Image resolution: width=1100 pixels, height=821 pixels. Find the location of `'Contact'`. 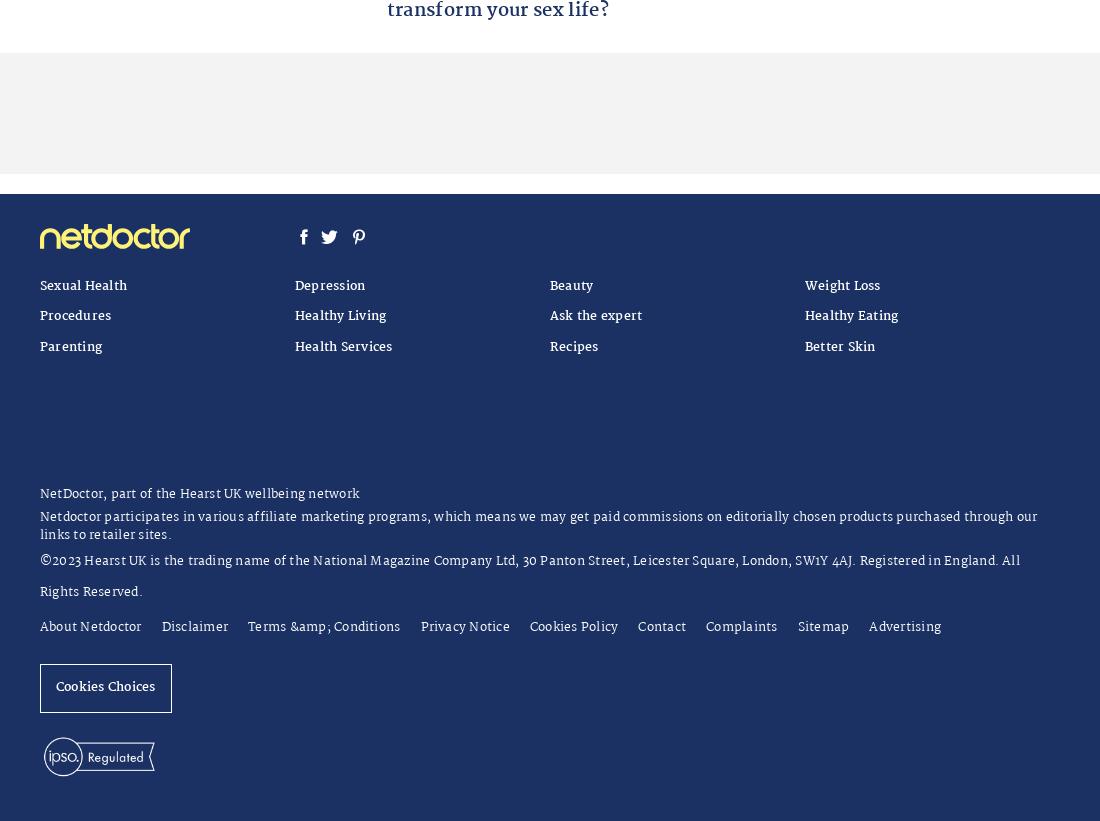

'Contact' is located at coordinates (661, 627).